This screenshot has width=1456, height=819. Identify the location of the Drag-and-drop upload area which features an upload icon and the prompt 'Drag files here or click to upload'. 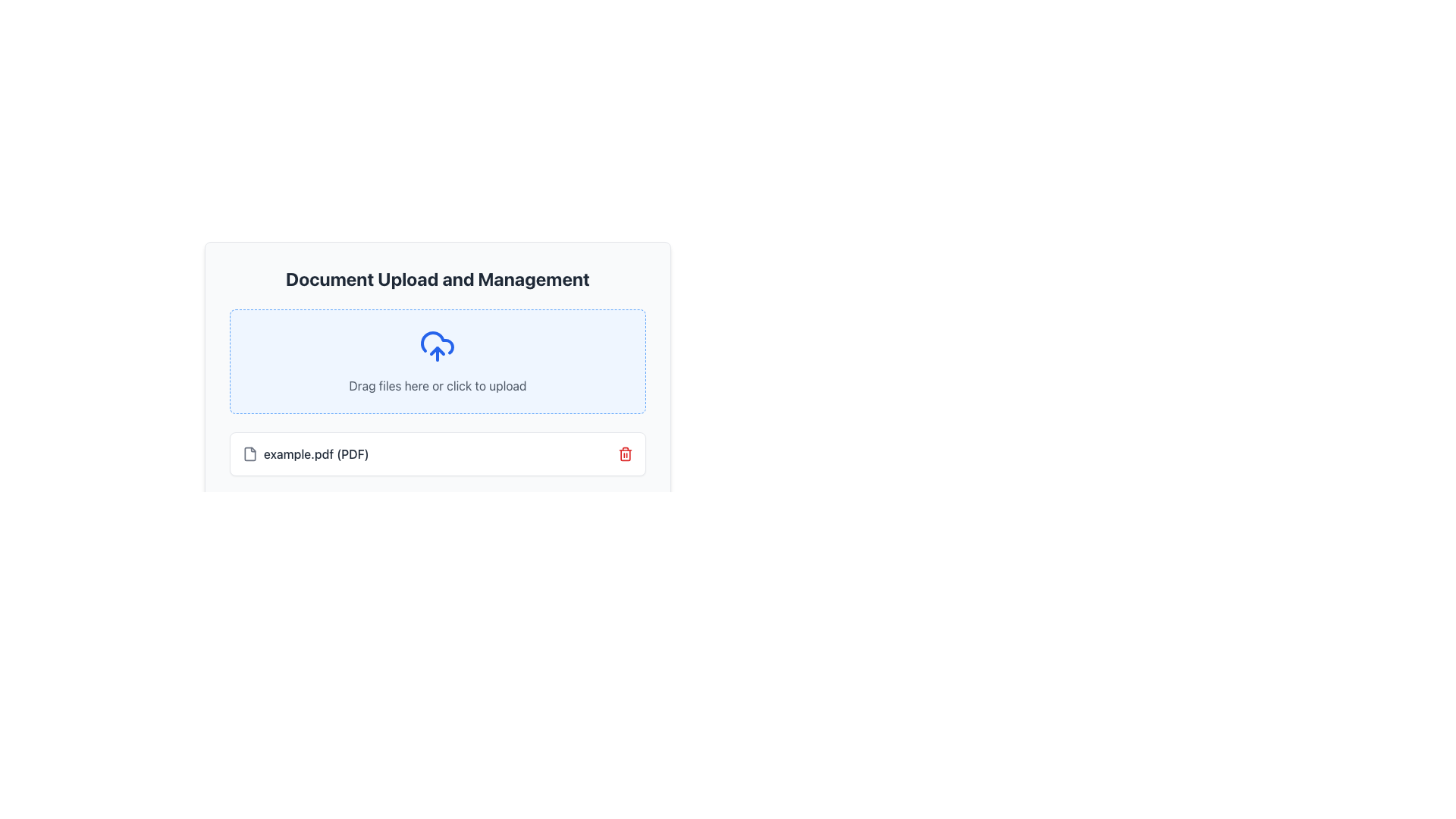
(437, 362).